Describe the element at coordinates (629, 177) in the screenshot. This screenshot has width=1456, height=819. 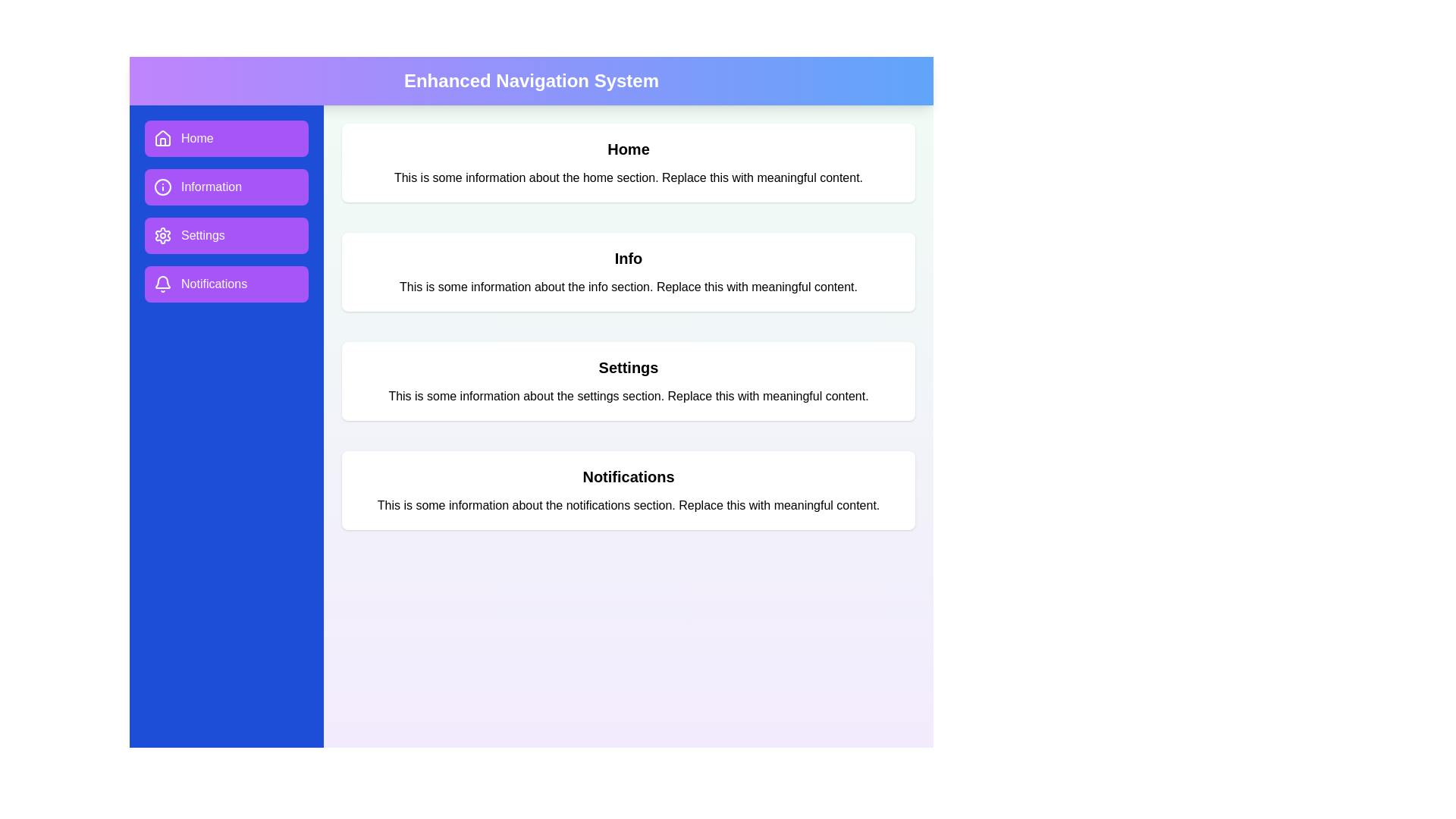
I see `the text element that reads 'This is some information about the home section. Replace this with meaningful content.' which is located below the 'Home' heading` at that location.